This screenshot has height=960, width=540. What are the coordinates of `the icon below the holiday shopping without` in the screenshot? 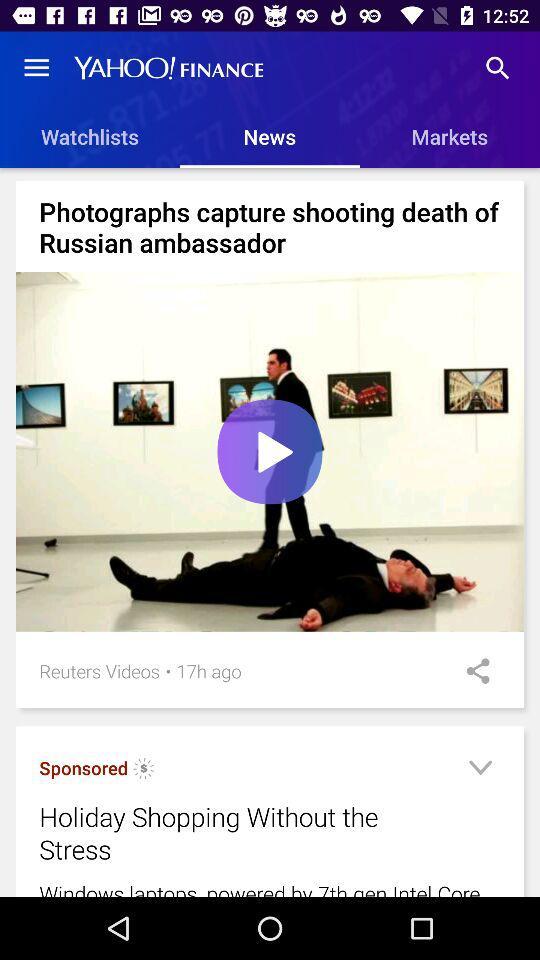 It's located at (270, 887).